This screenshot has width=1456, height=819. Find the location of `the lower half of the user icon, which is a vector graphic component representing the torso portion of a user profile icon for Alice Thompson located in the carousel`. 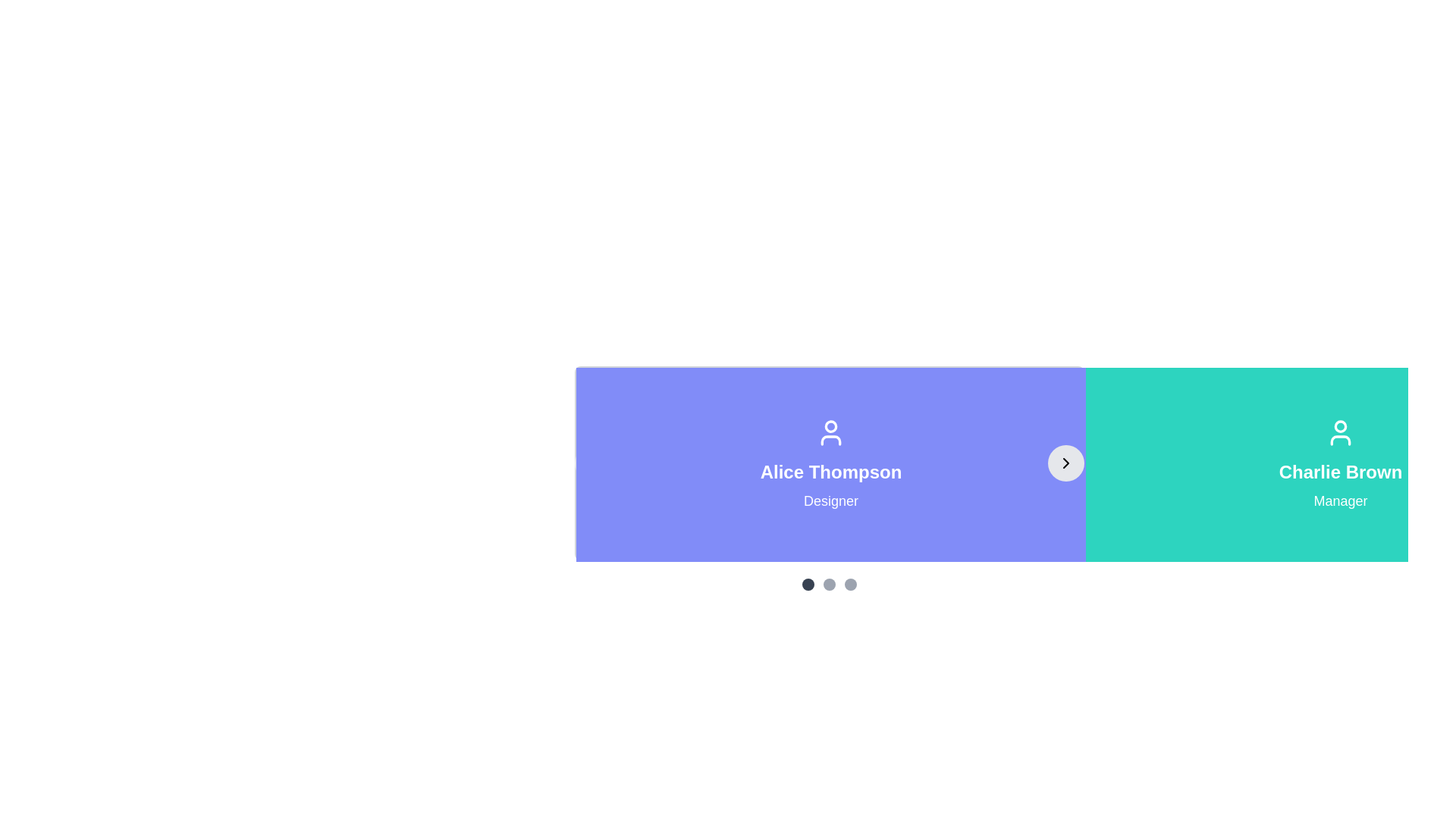

the lower half of the user icon, which is a vector graphic component representing the torso portion of a user profile icon for Alice Thompson located in the carousel is located at coordinates (830, 441).